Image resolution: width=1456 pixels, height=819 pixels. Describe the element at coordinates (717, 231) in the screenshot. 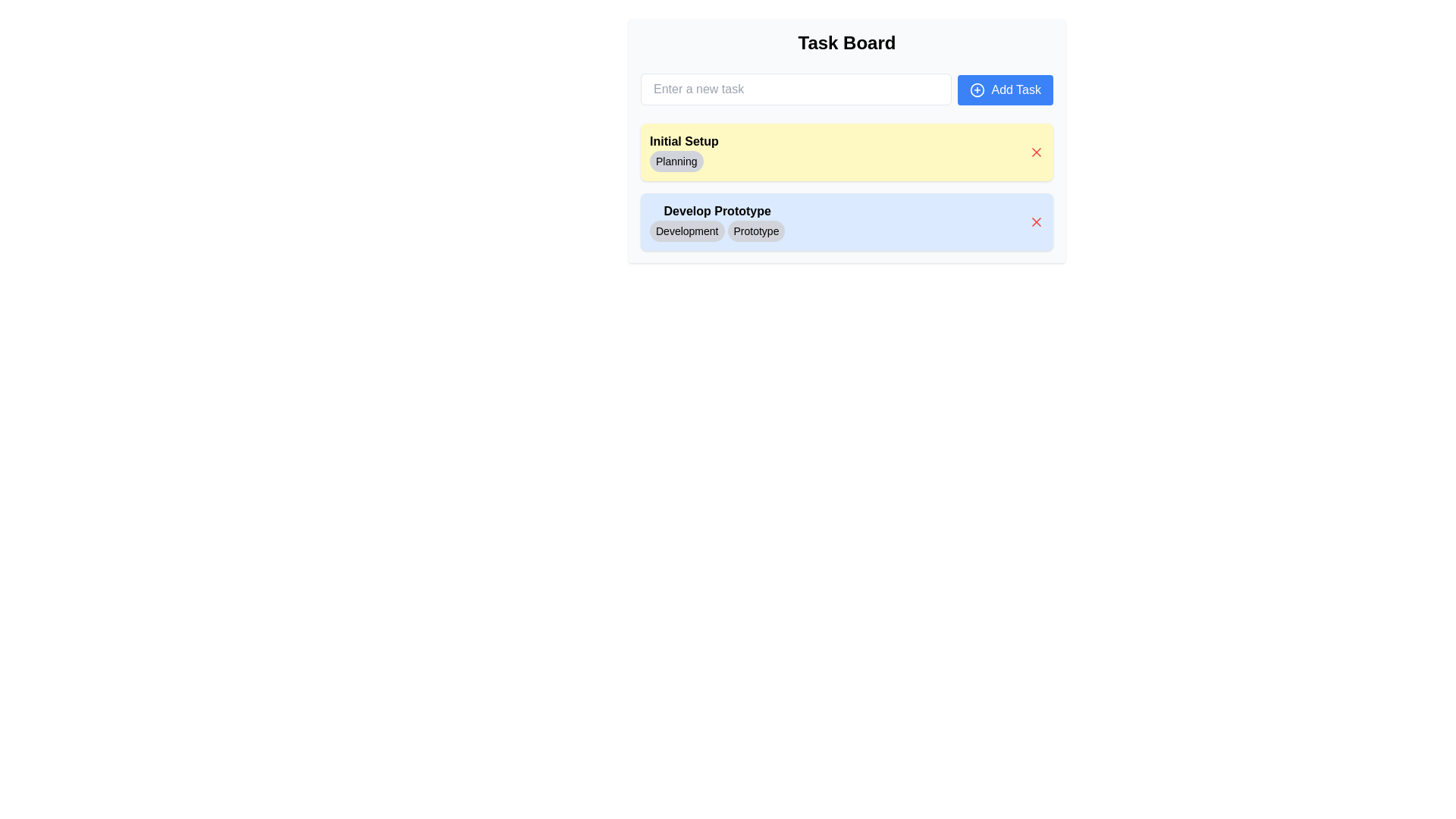

I see `the 'Development' and 'Prototype' tag group located` at that location.